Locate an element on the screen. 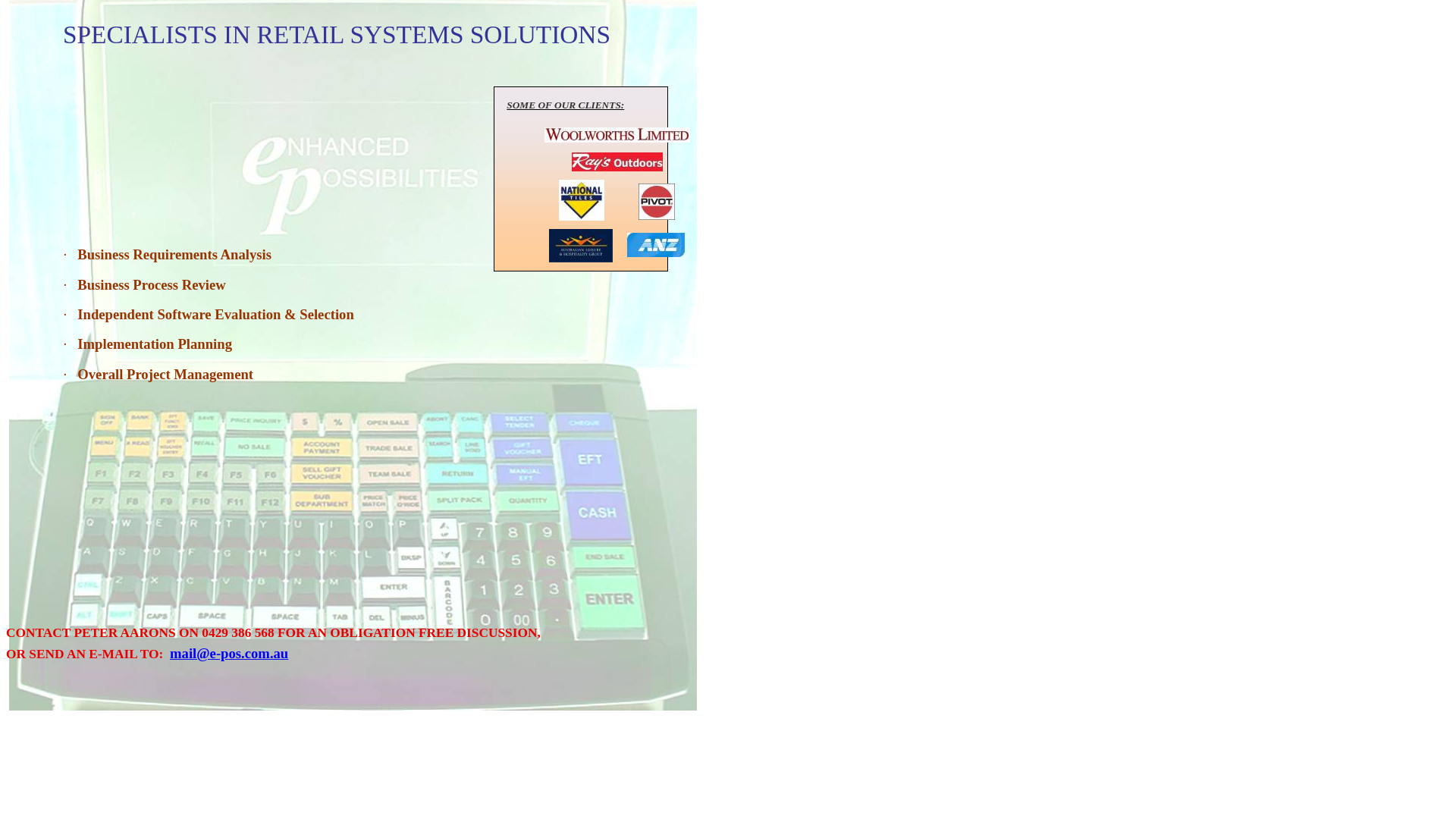 The width and height of the screenshot is (1456, 819). 'mail@e-pos.com.au' is located at coordinates (228, 652).